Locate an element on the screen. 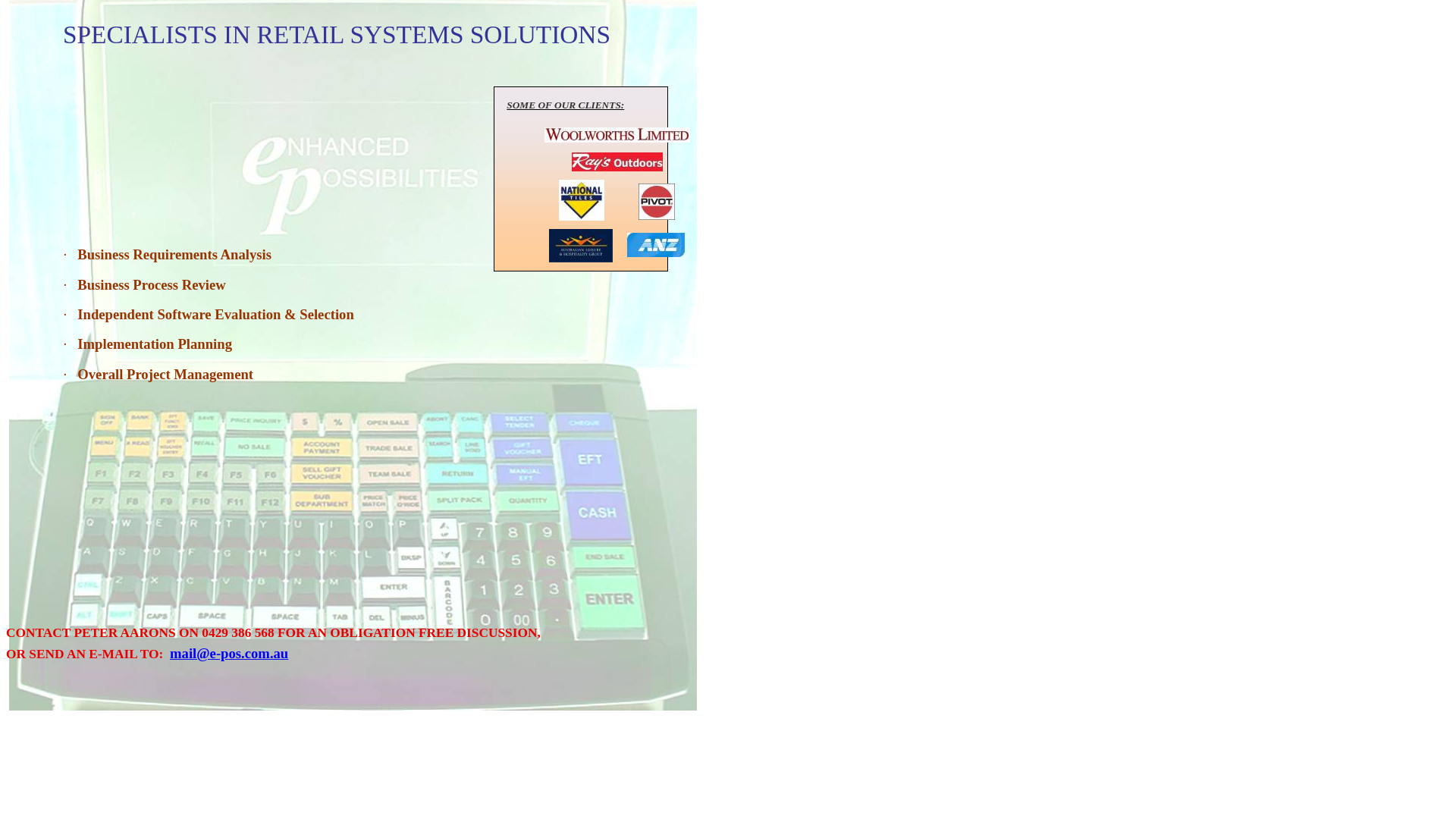 The width and height of the screenshot is (1456, 819). 'mail@e-pos.com.au' is located at coordinates (228, 652).